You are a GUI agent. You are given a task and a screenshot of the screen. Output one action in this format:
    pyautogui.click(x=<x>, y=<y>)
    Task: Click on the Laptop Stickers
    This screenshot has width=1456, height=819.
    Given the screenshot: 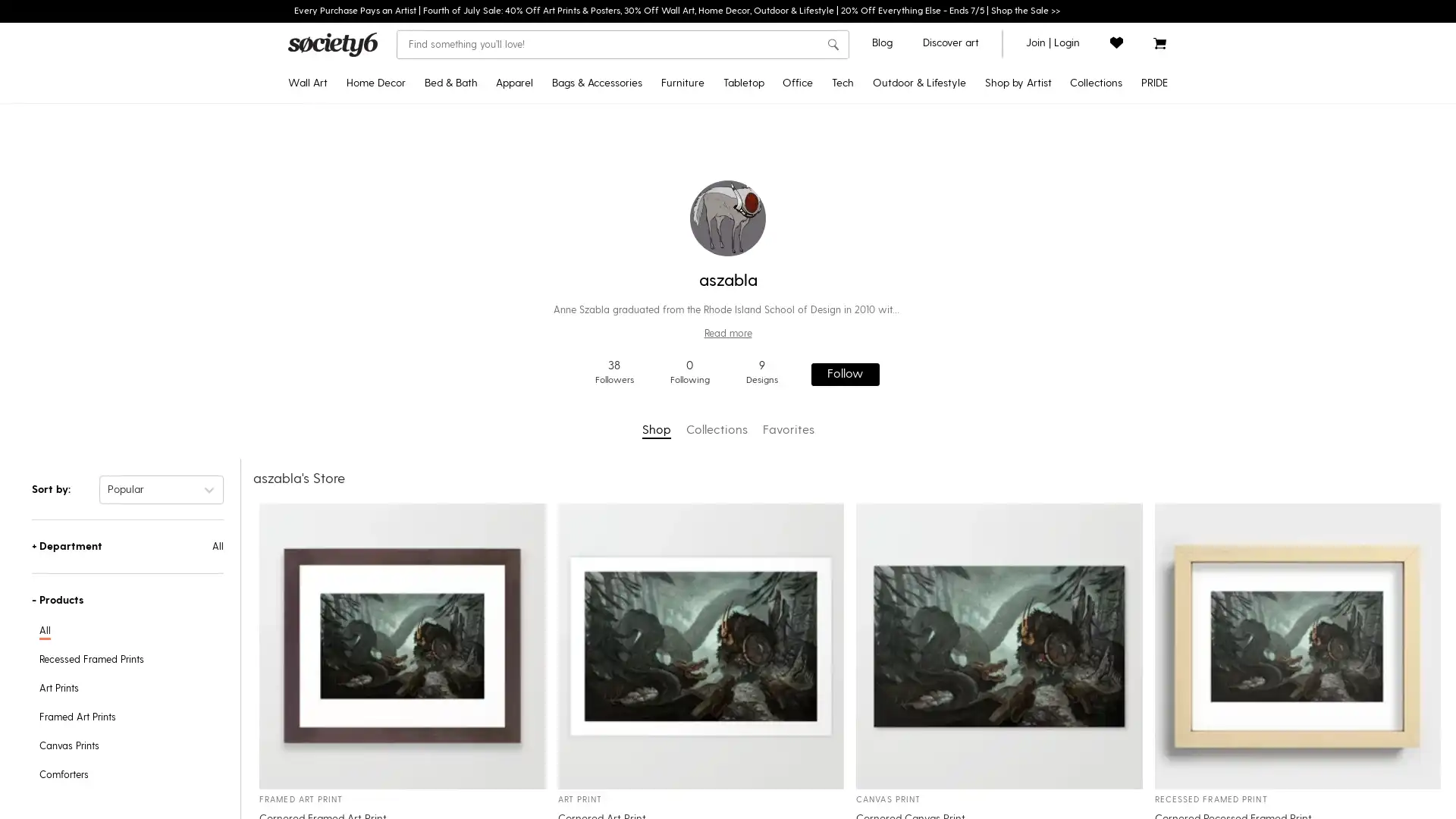 What is the action you would take?
    pyautogui.click(x=835, y=366)
    